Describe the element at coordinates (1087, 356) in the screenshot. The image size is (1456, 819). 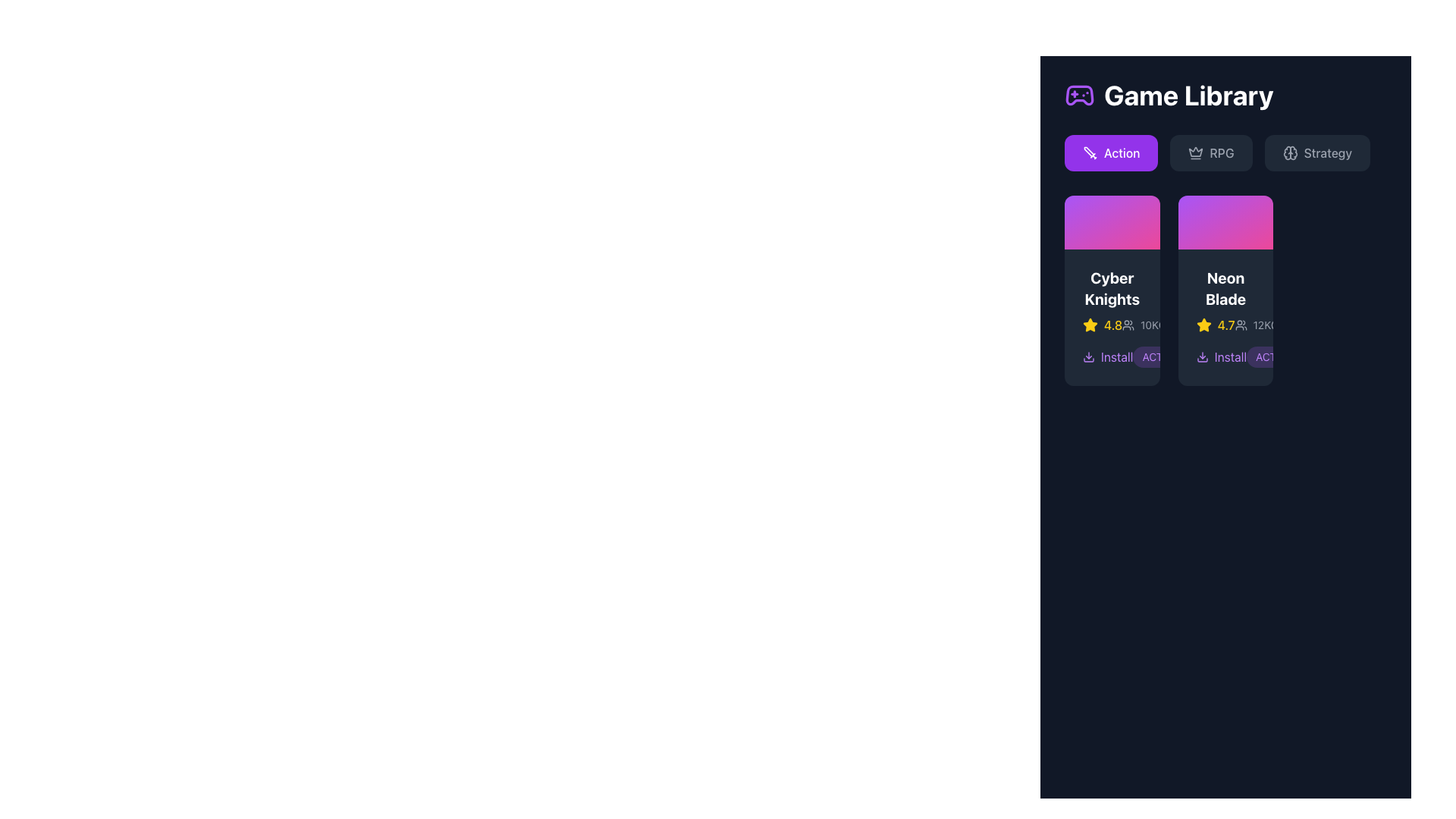
I see `the purple downward arrow icon located to the left of the 'Install' text within the 'Neon Blade' card` at that location.